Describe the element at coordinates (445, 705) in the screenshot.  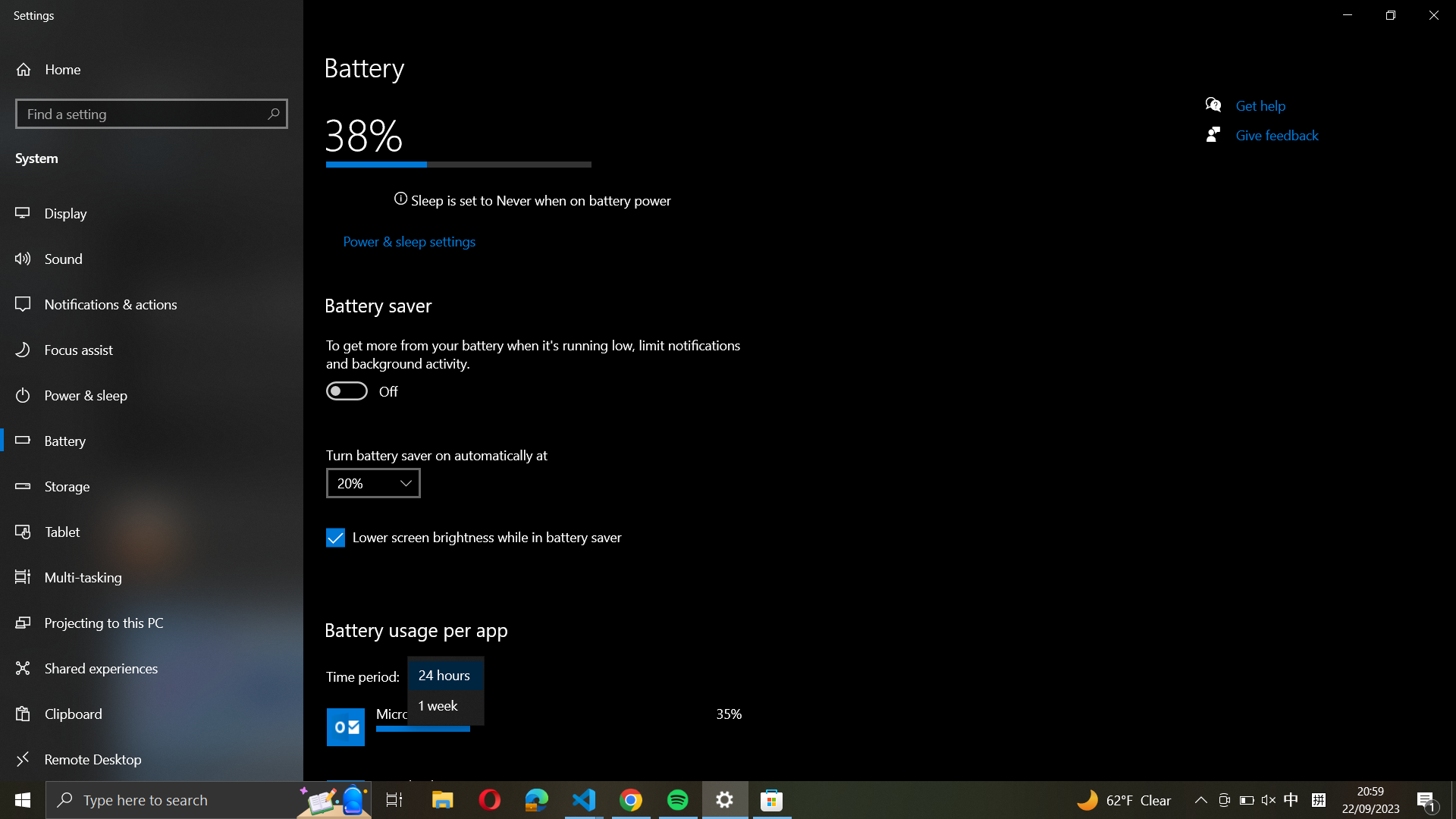
I see `the span of battery usage per app to be "1 week` at that location.